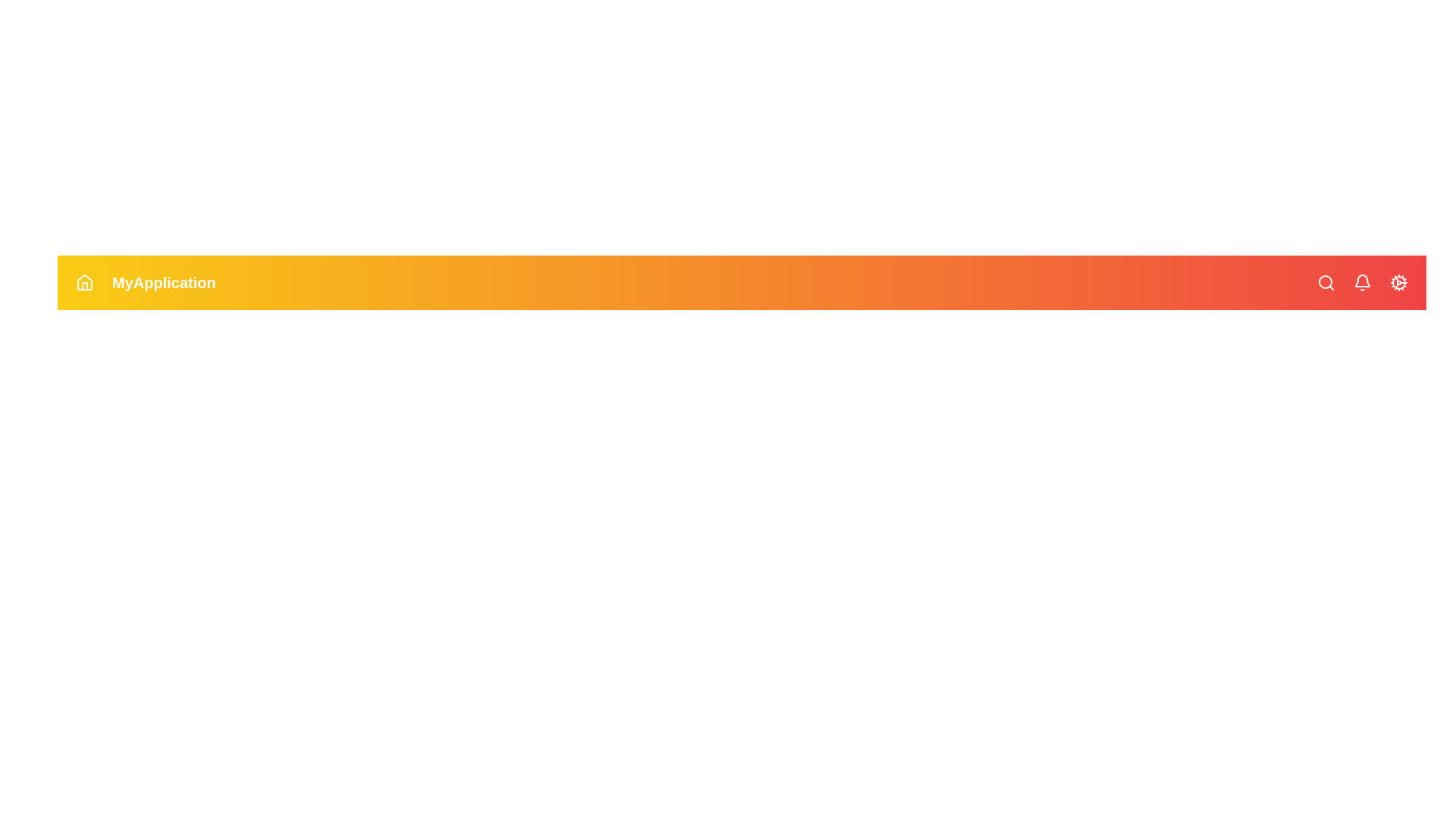 The height and width of the screenshot is (819, 1456). What do you see at coordinates (1362, 283) in the screenshot?
I see `the notification button located as the third interactive item in the group of icons on the right side of the navigation bar` at bounding box center [1362, 283].